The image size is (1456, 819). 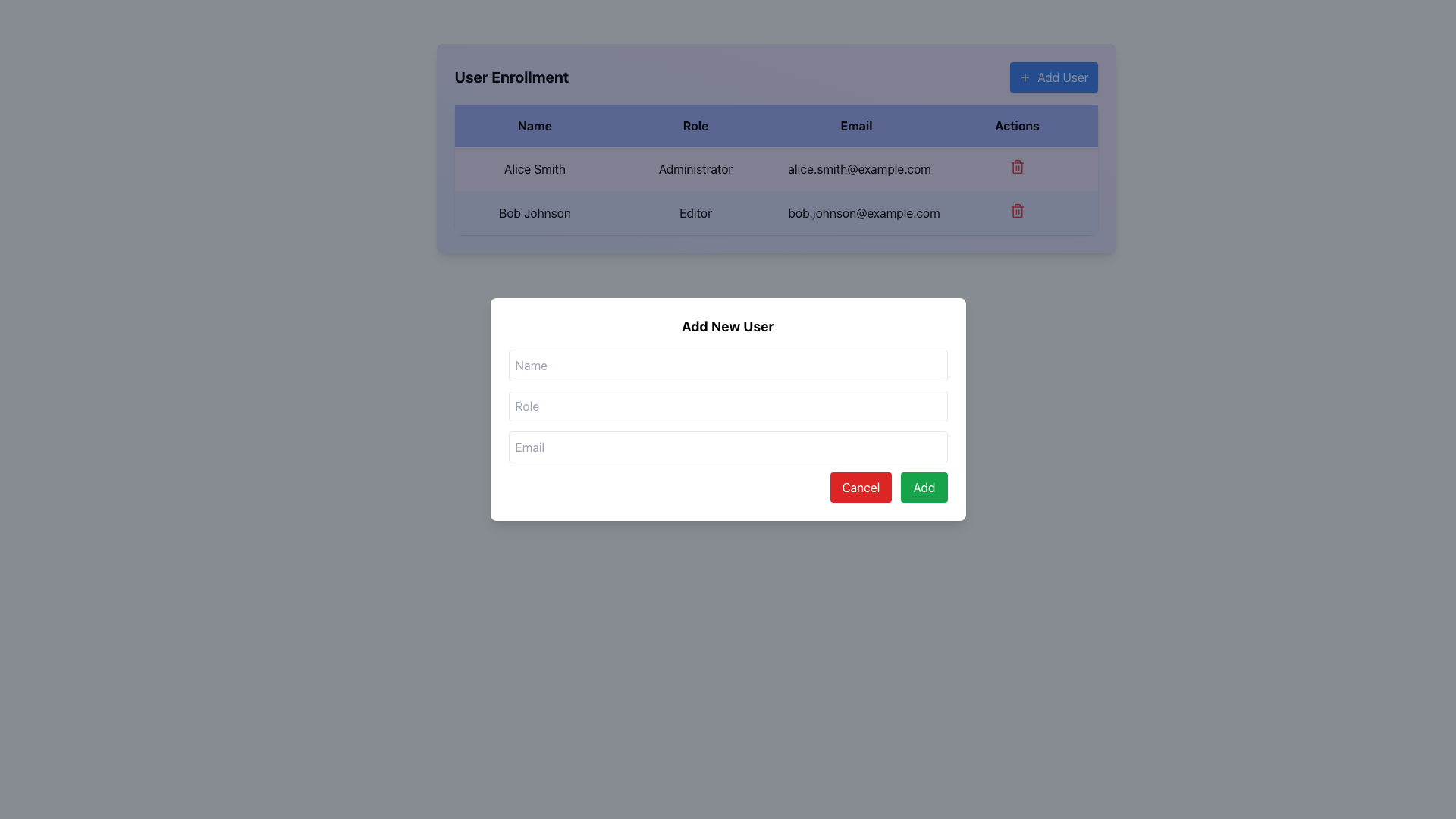 I want to click on the 'Confirm' button in the bottom-right section of the 'Add New User' modal, so click(x=924, y=488).